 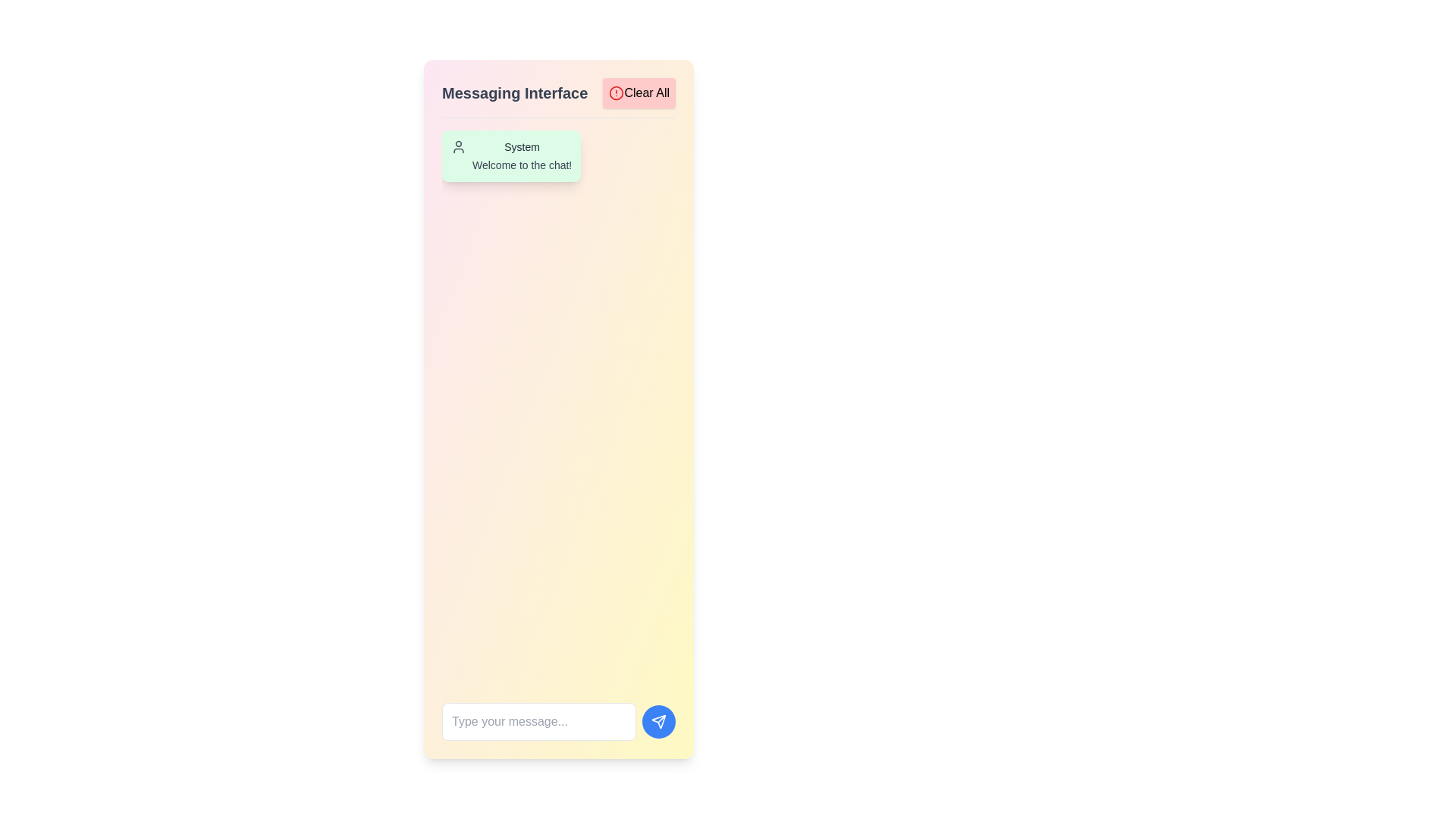 What do you see at coordinates (658, 721) in the screenshot?
I see `the 'Send' button located at the bottom right corner of the messaging interface` at bounding box center [658, 721].